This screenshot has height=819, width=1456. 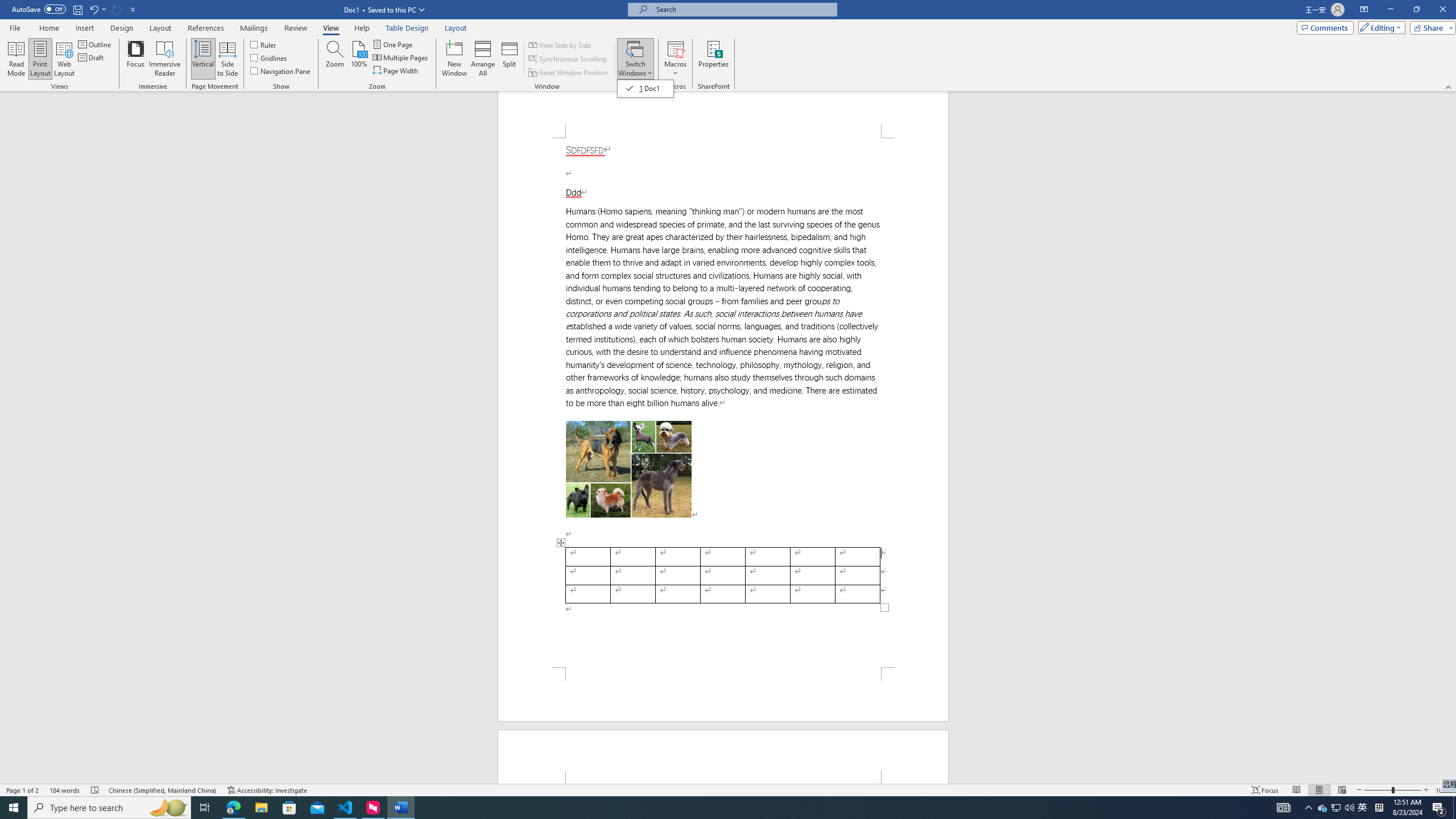 I want to click on 'Search highlights icon opens search home window', so click(x=167, y=806).